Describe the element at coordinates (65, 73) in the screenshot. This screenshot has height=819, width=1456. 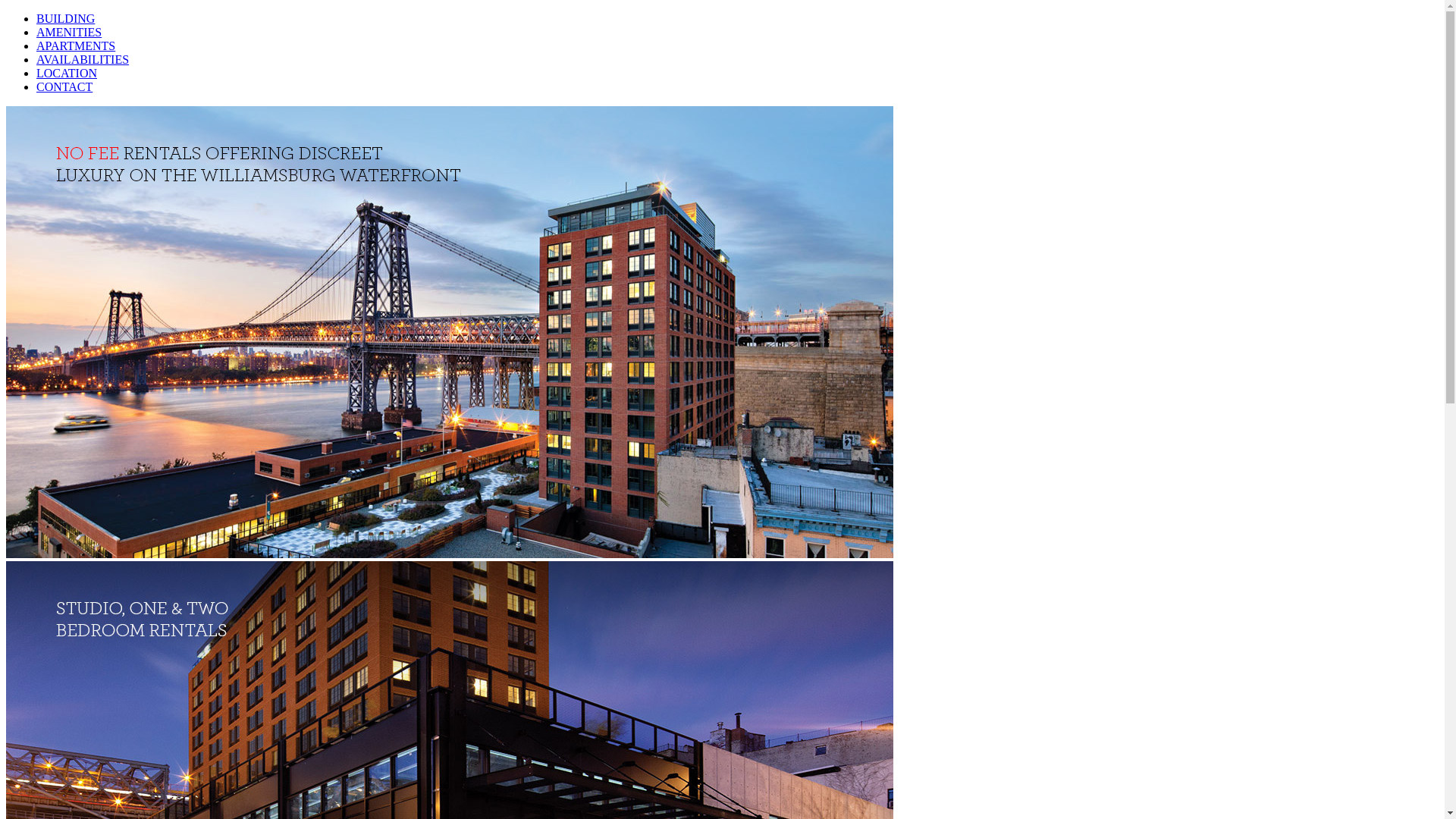
I see `'LOCATION'` at that location.